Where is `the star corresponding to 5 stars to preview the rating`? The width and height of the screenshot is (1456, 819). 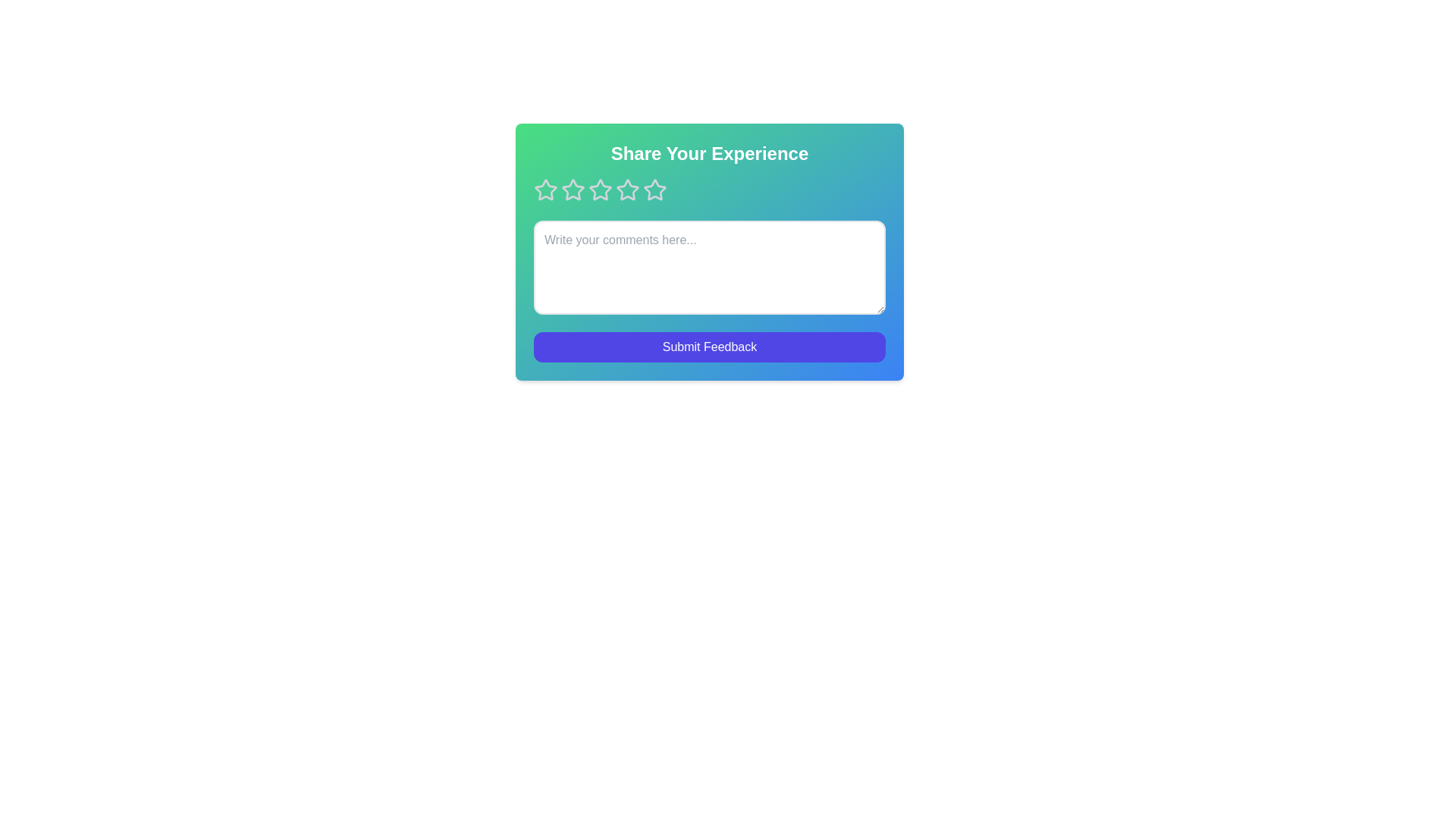
the star corresponding to 5 stars to preview the rating is located at coordinates (655, 189).